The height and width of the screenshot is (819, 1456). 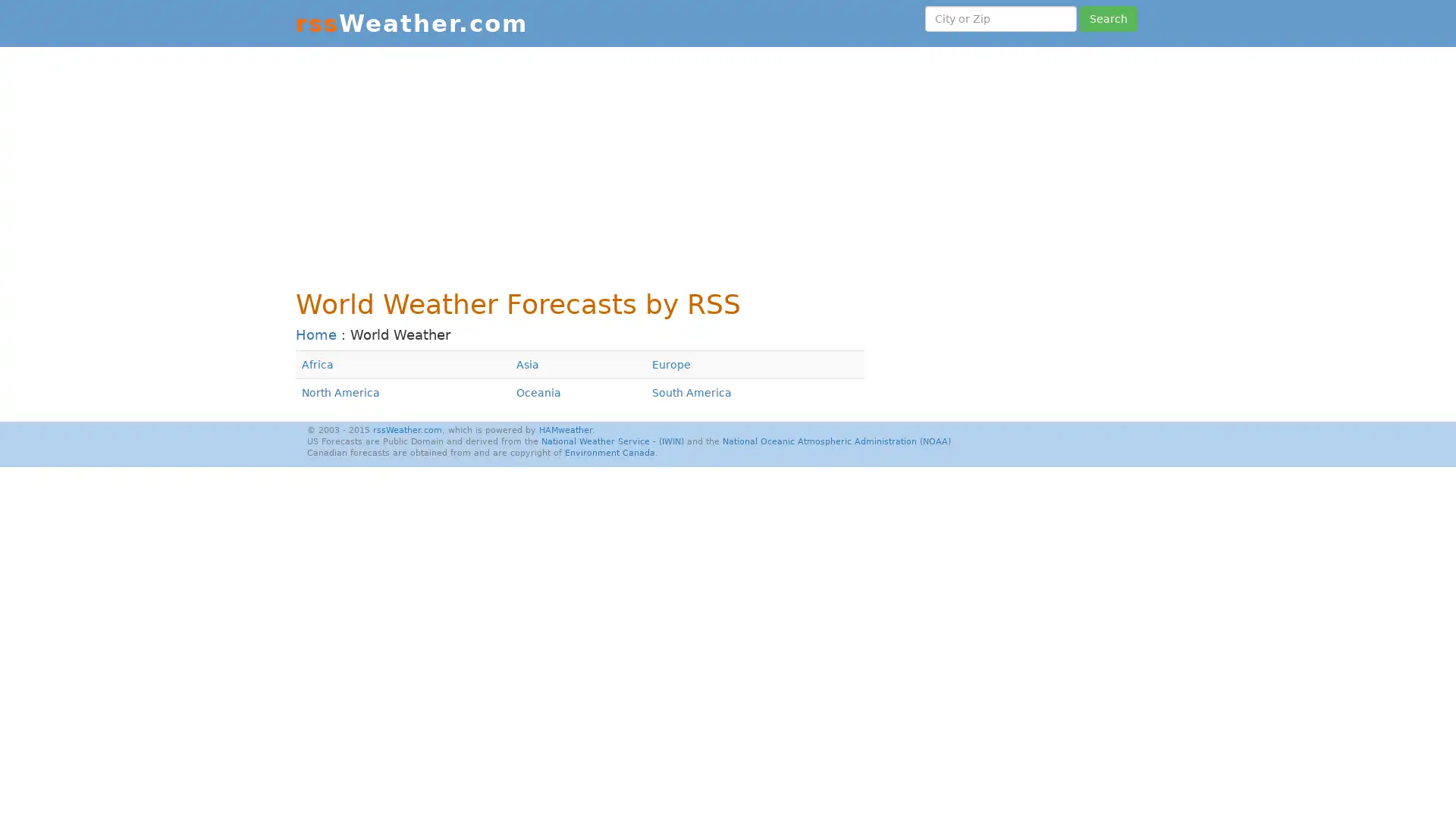 What do you see at coordinates (1109, 18) in the screenshot?
I see `Search` at bounding box center [1109, 18].